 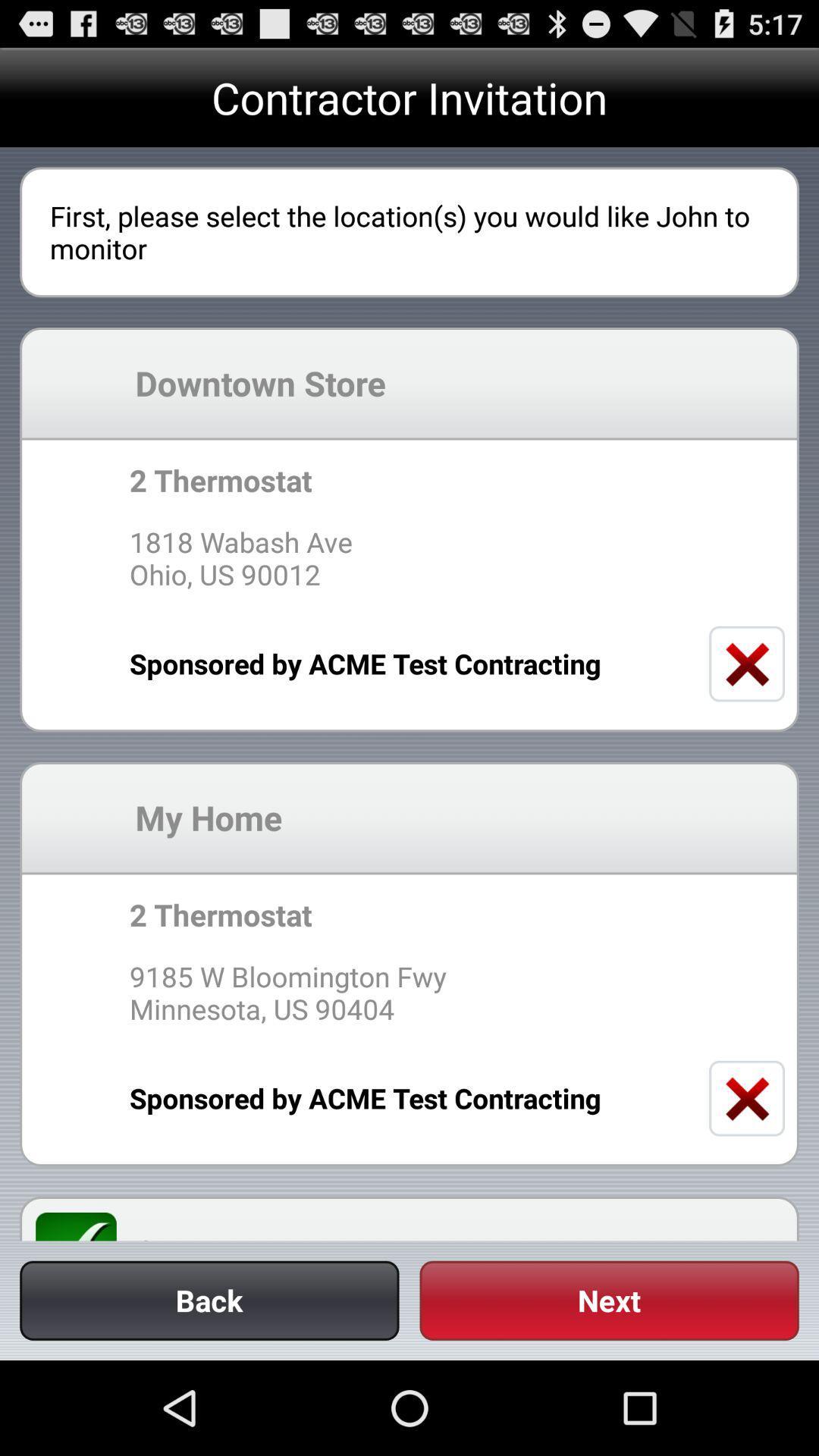 What do you see at coordinates (409, 231) in the screenshot?
I see `the first please select` at bounding box center [409, 231].